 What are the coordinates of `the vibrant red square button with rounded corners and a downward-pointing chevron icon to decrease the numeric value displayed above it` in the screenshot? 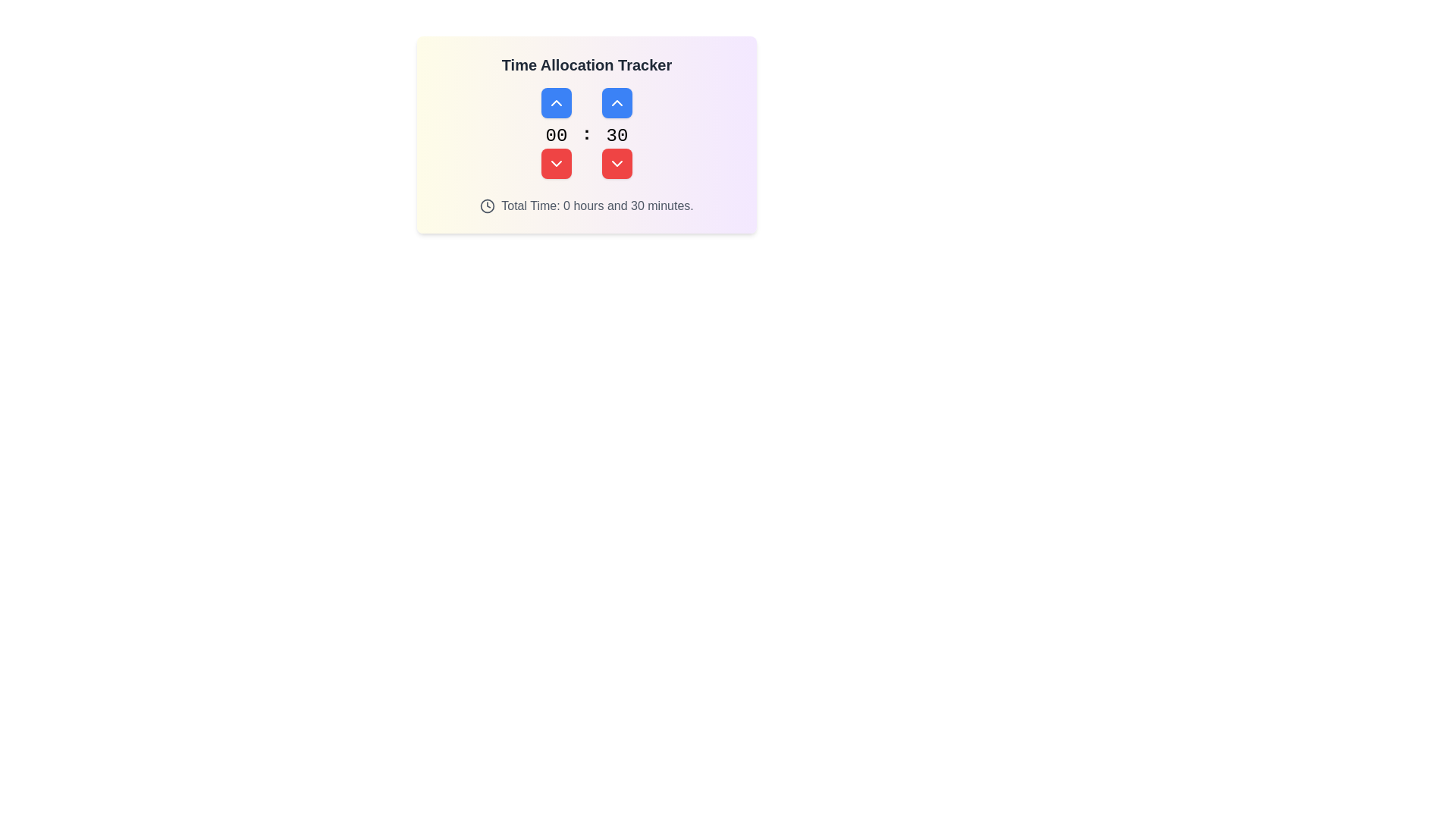 It's located at (617, 164).